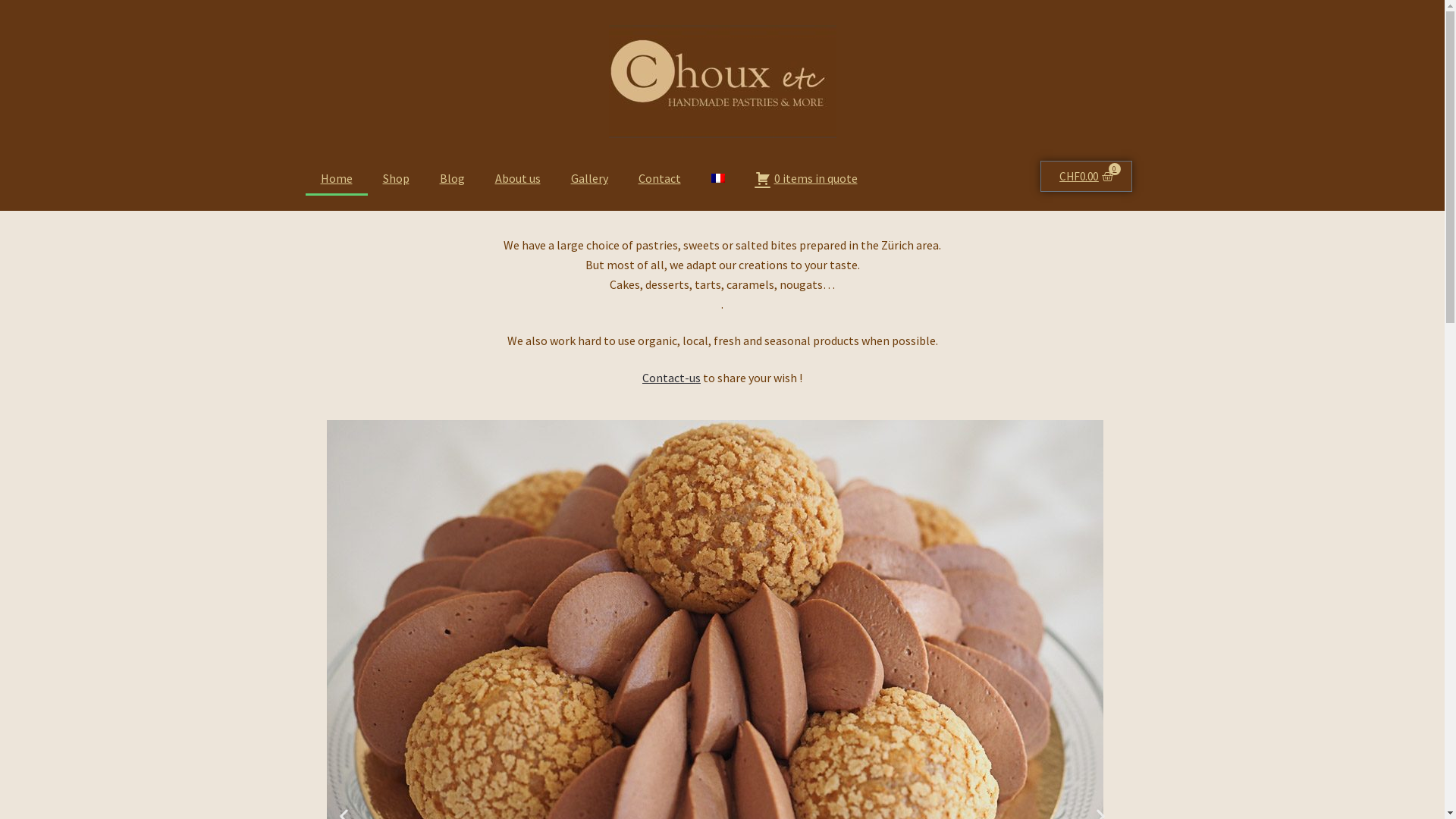 The width and height of the screenshot is (1456, 819). Describe the element at coordinates (395, 177) in the screenshot. I see `'Shop'` at that location.